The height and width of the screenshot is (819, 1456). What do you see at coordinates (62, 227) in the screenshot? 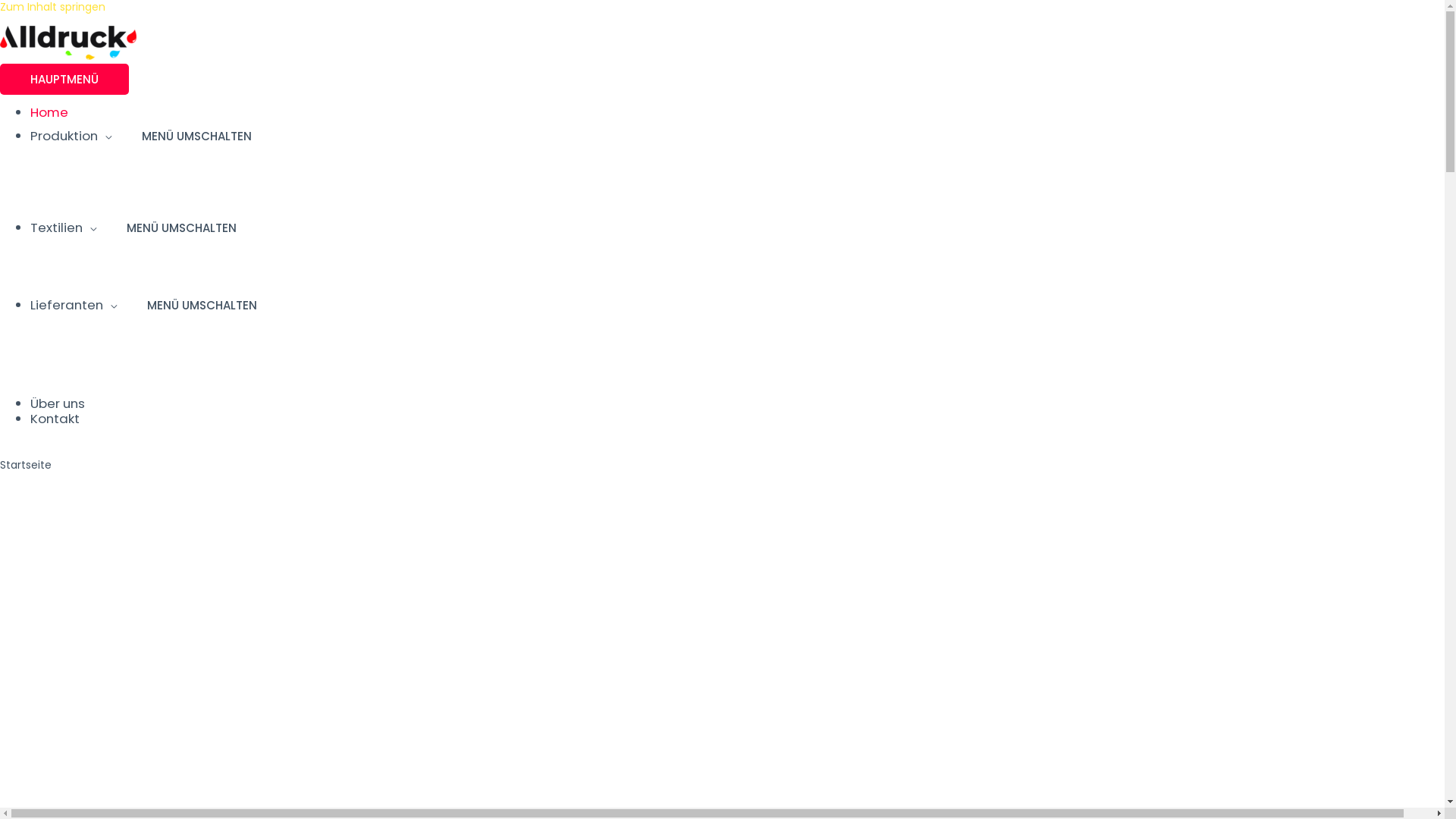
I see `'Textilien'` at bounding box center [62, 227].